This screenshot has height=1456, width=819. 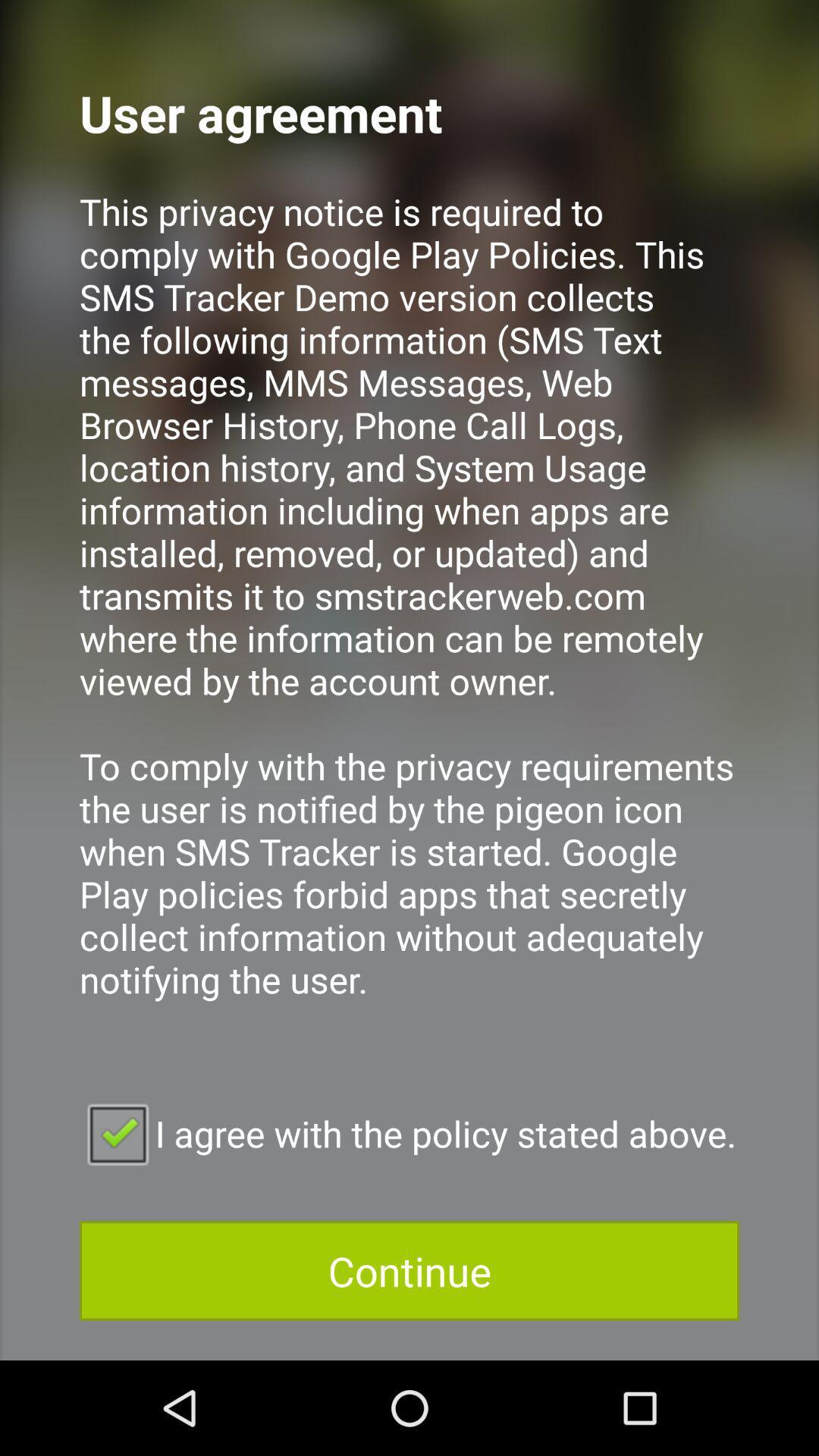 What do you see at coordinates (409, 616) in the screenshot?
I see `this privacy notice app` at bounding box center [409, 616].